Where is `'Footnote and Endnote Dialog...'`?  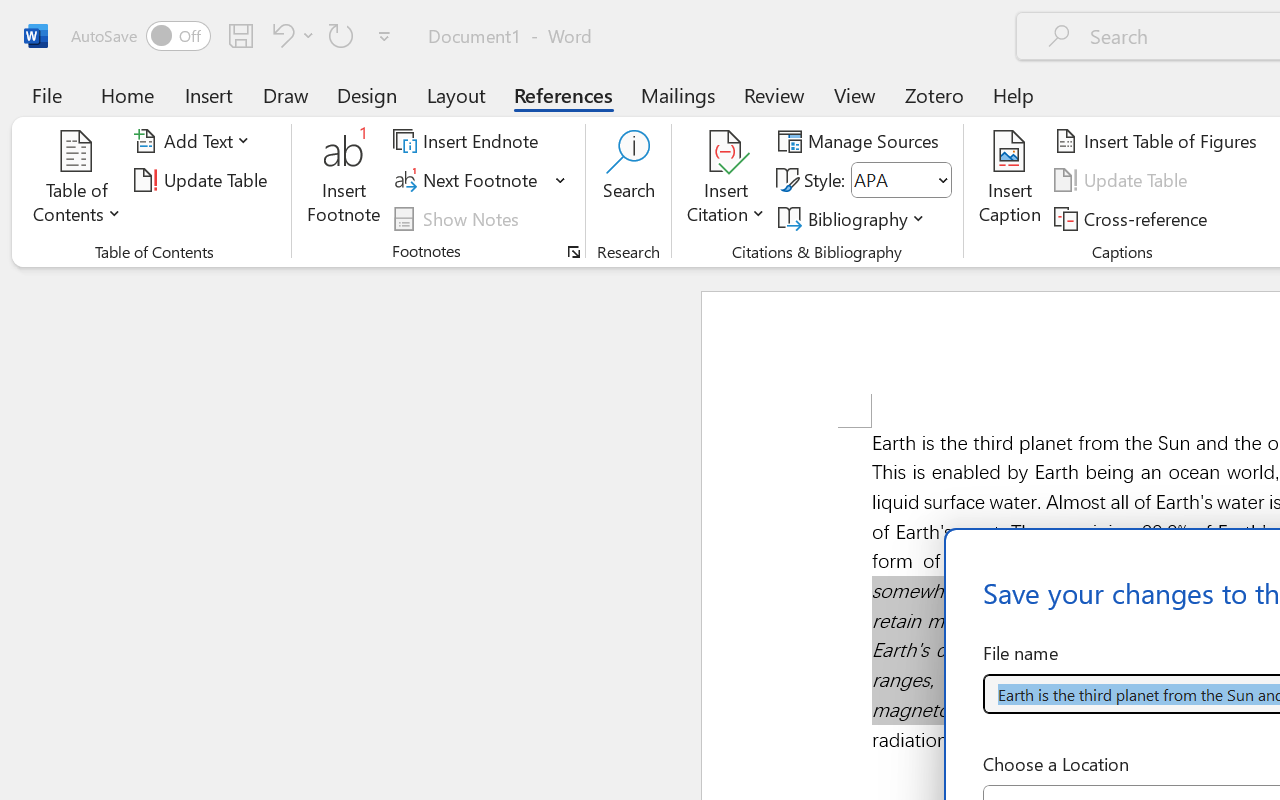 'Footnote and Endnote Dialog...' is located at coordinates (573, 251).